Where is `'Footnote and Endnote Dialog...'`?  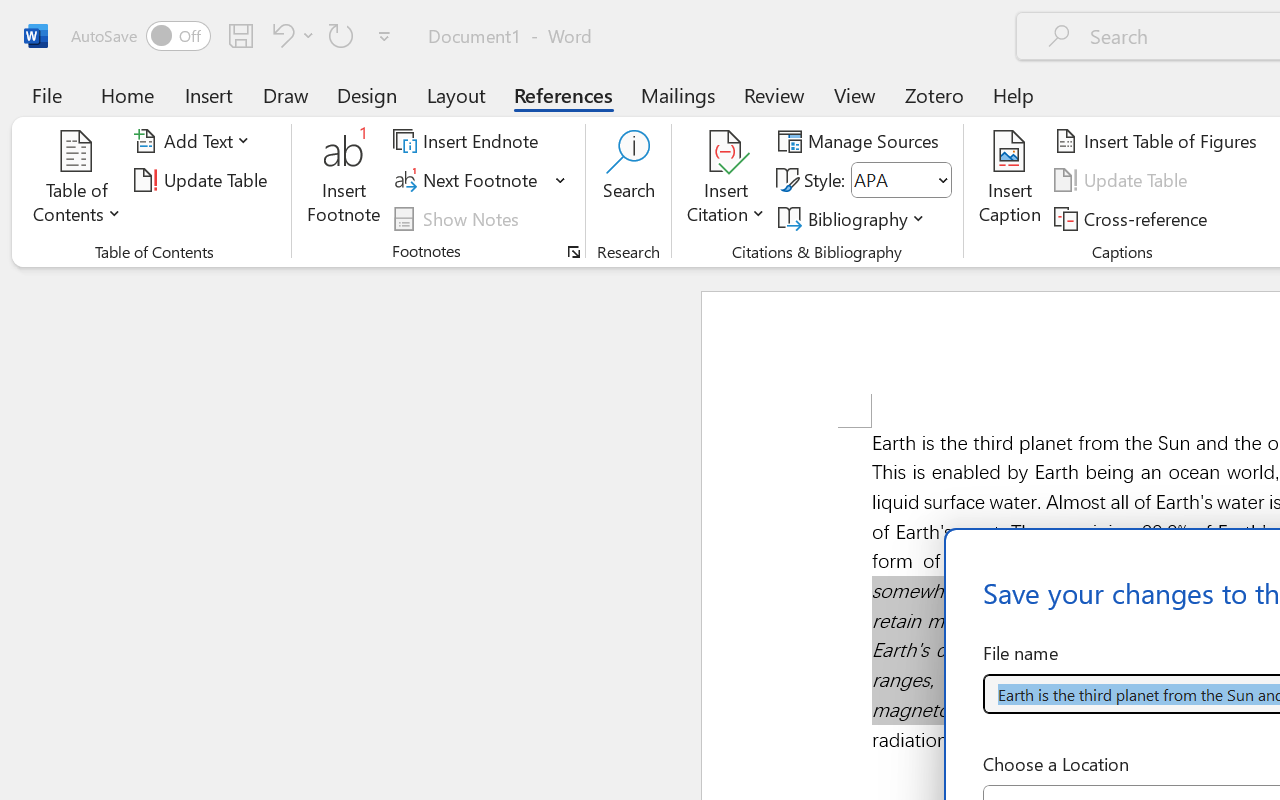 'Footnote and Endnote Dialog...' is located at coordinates (573, 251).